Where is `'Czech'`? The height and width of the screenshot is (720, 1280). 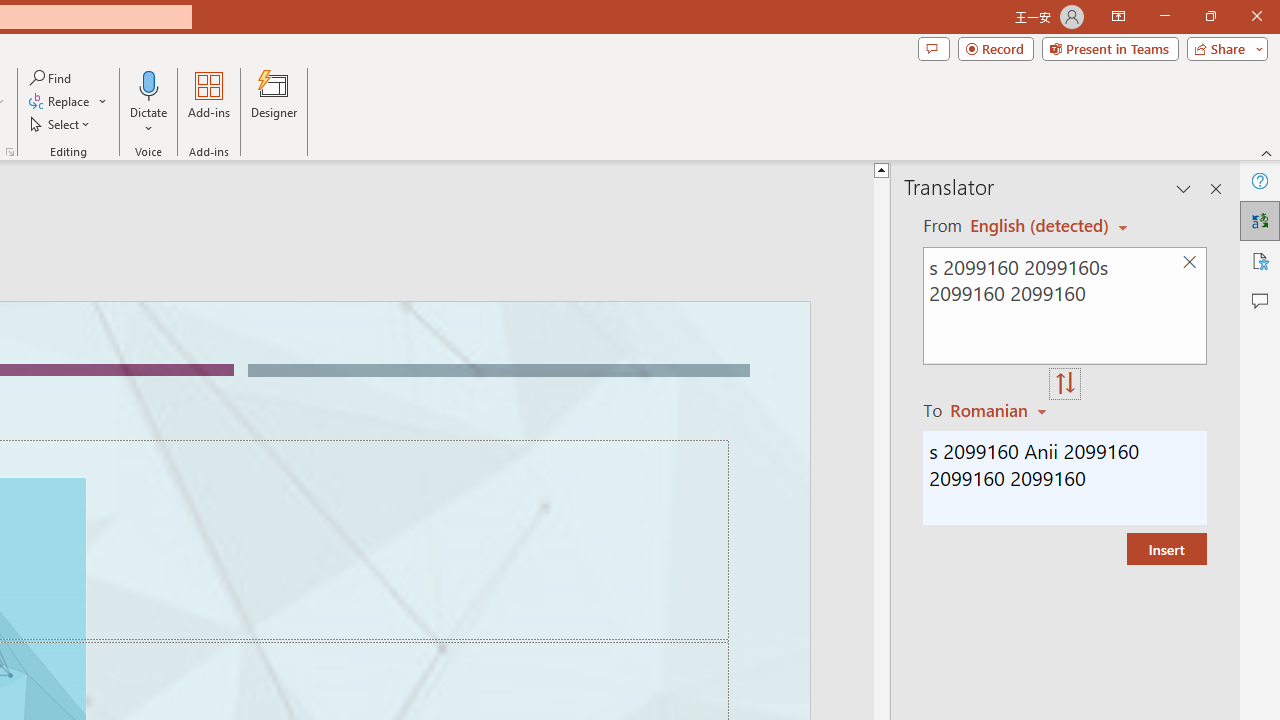 'Czech' is located at coordinates (1001, 409).